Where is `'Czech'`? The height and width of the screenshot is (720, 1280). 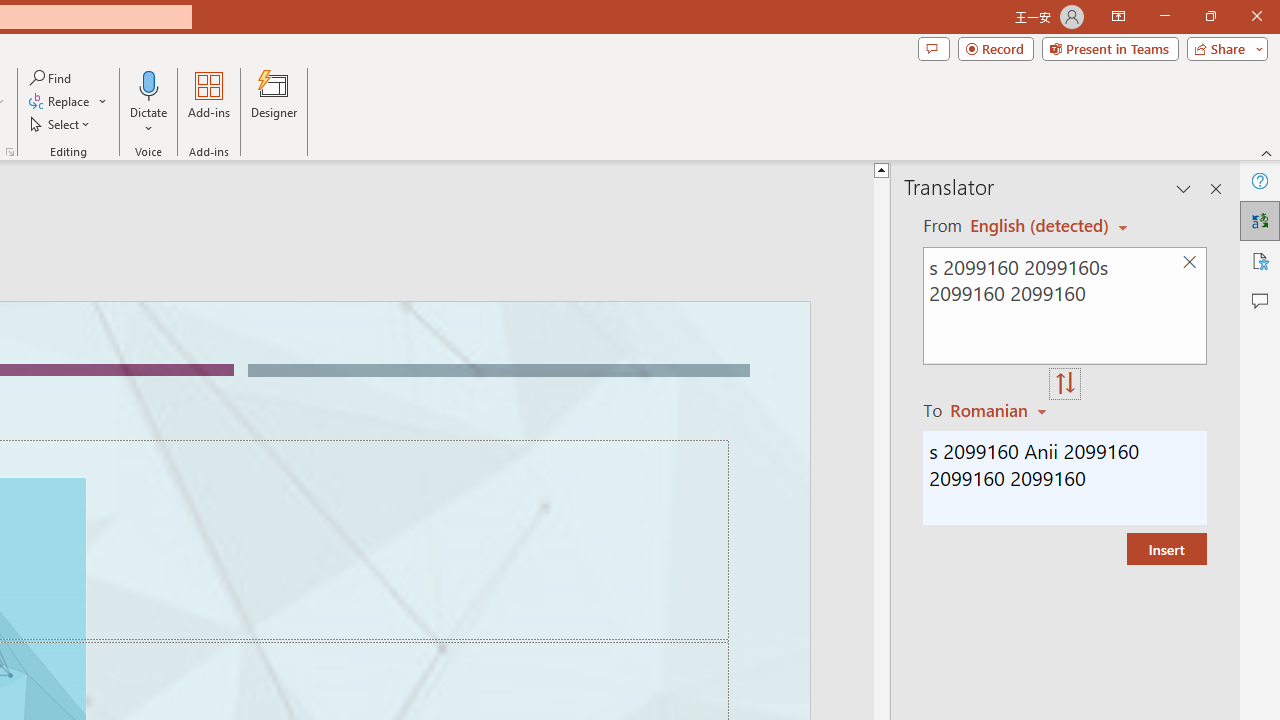 'Czech' is located at coordinates (1001, 409).